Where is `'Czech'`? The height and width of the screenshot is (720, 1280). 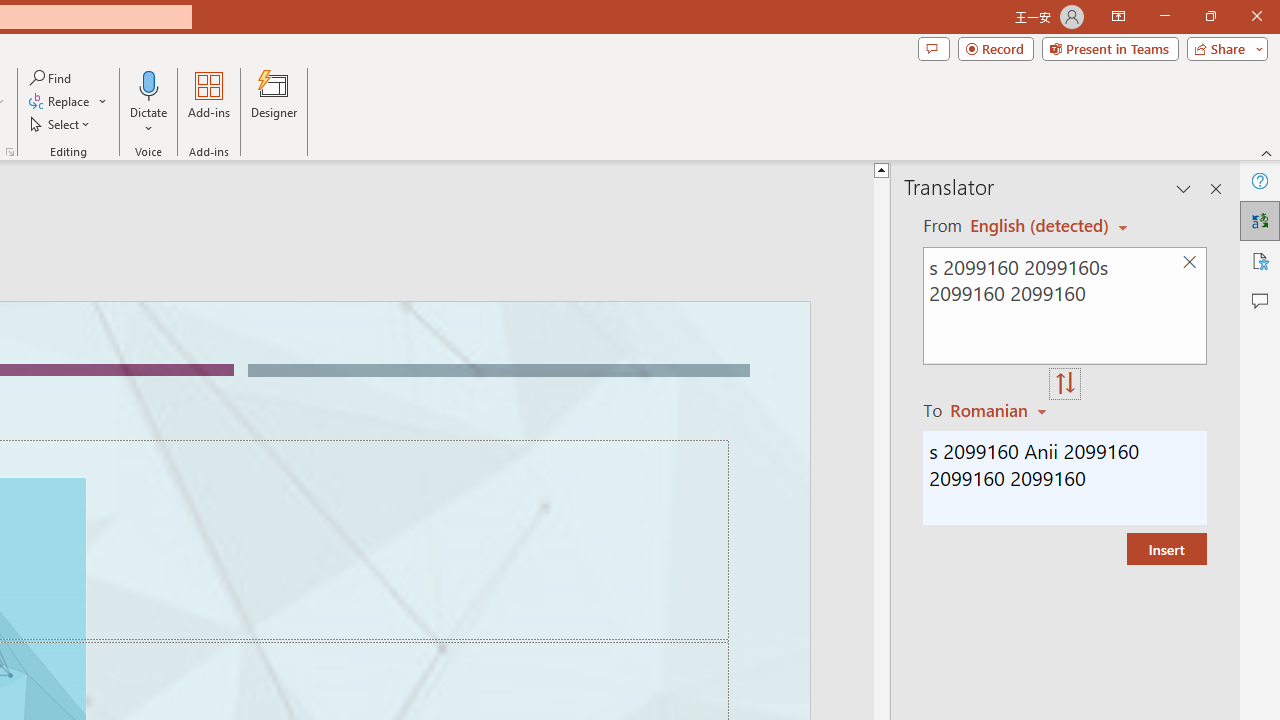 'Czech' is located at coordinates (1001, 409).